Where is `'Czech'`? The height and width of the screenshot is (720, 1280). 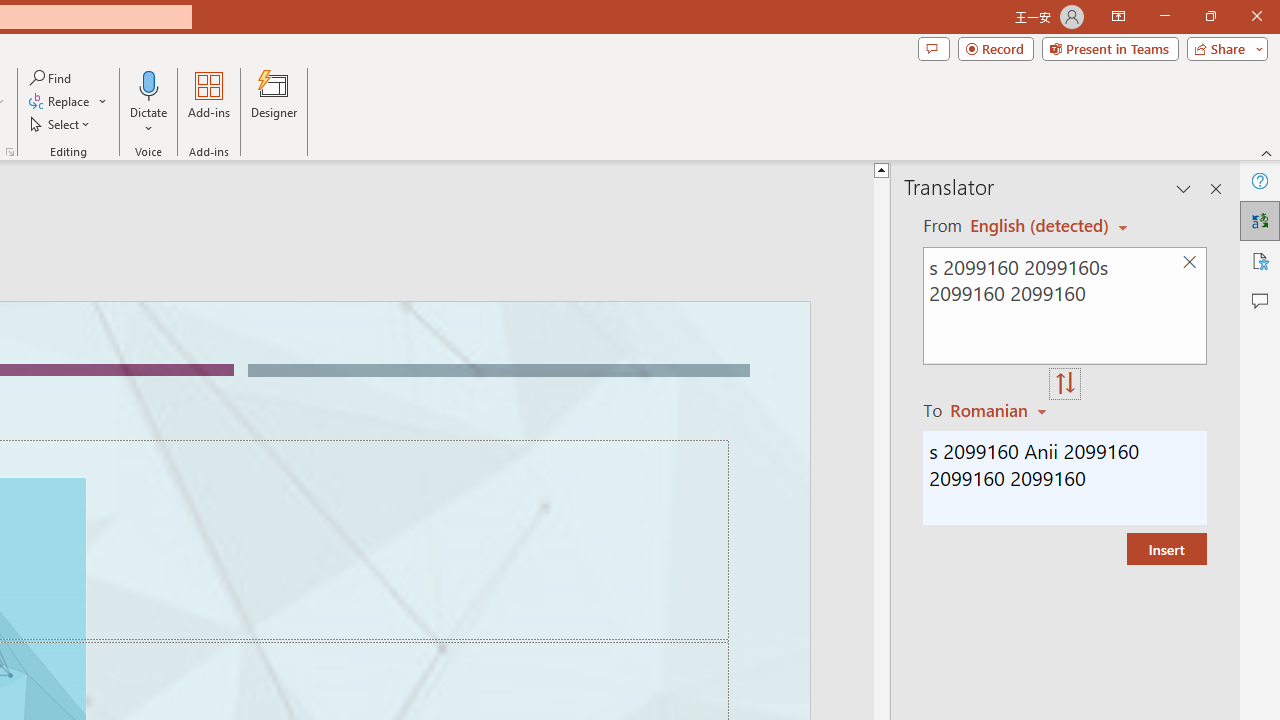 'Czech' is located at coordinates (1001, 409).